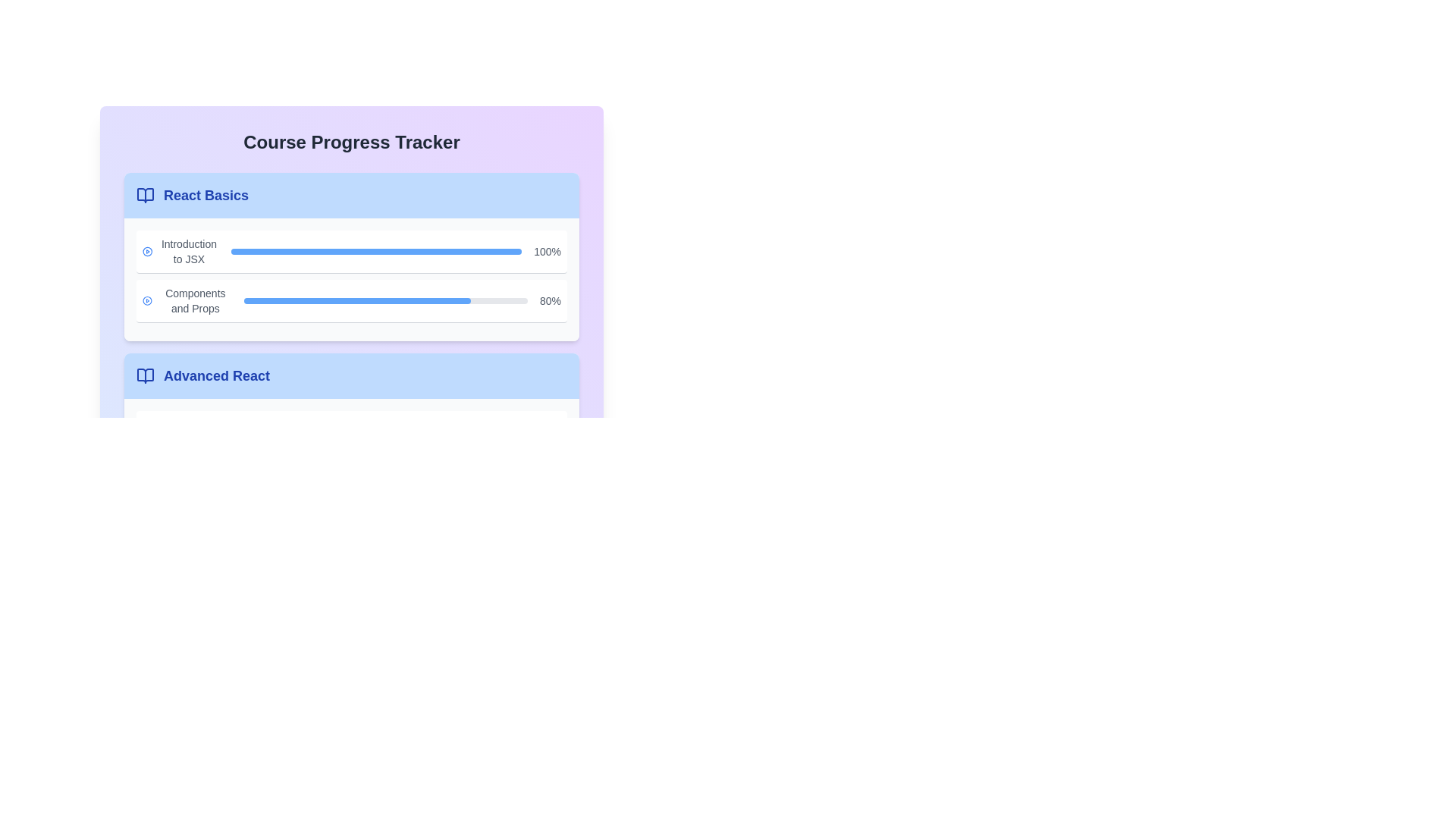  What do you see at coordinates (147, 301) in the screenshot?
I see `the interactive play button icon located in the 'React Basics' section, aligned with the text 'Components and Props'` at bounding box center [147, 301].